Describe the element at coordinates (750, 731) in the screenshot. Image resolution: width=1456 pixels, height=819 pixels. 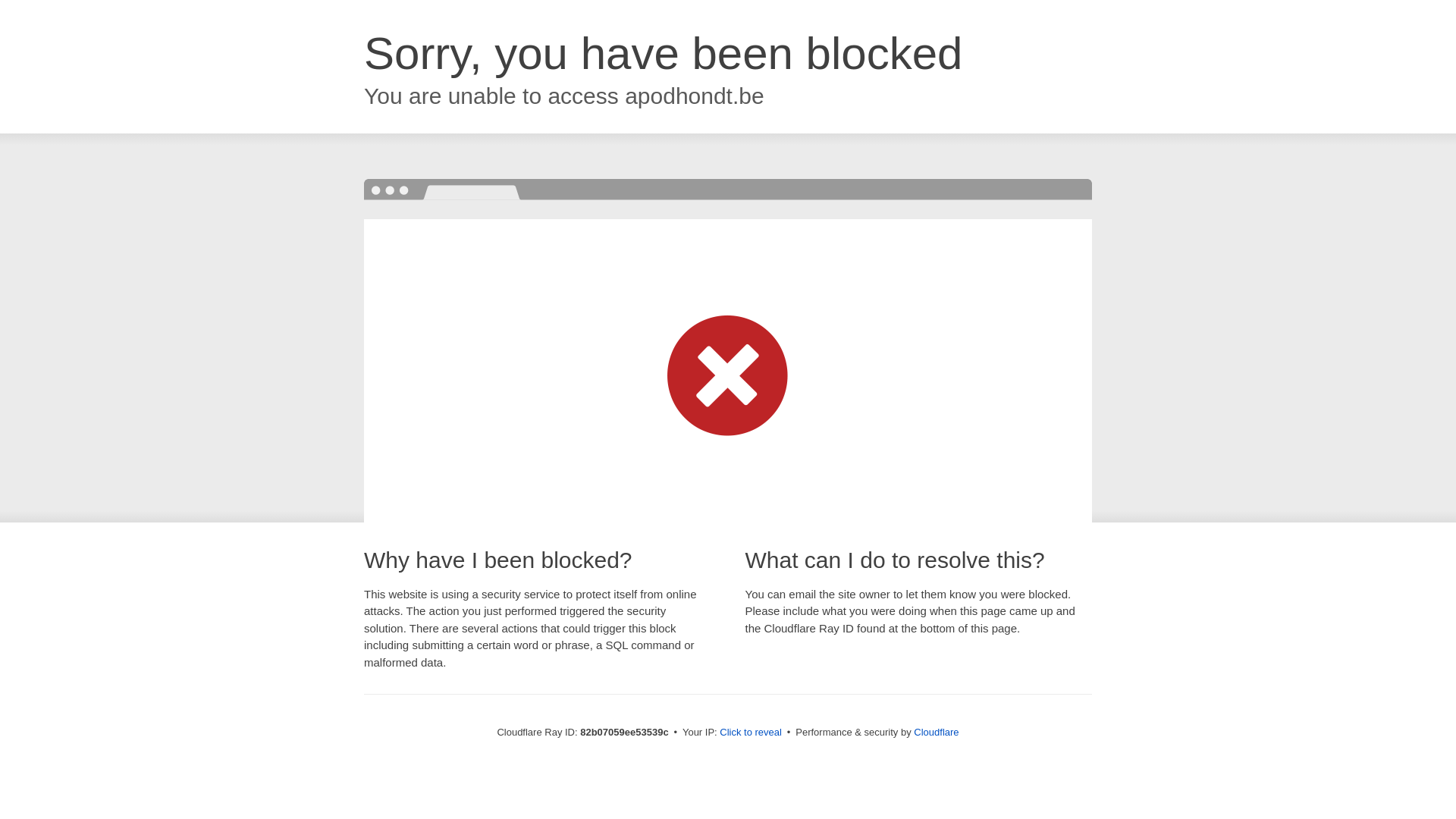
I see `'Click to reveal'` at that location.